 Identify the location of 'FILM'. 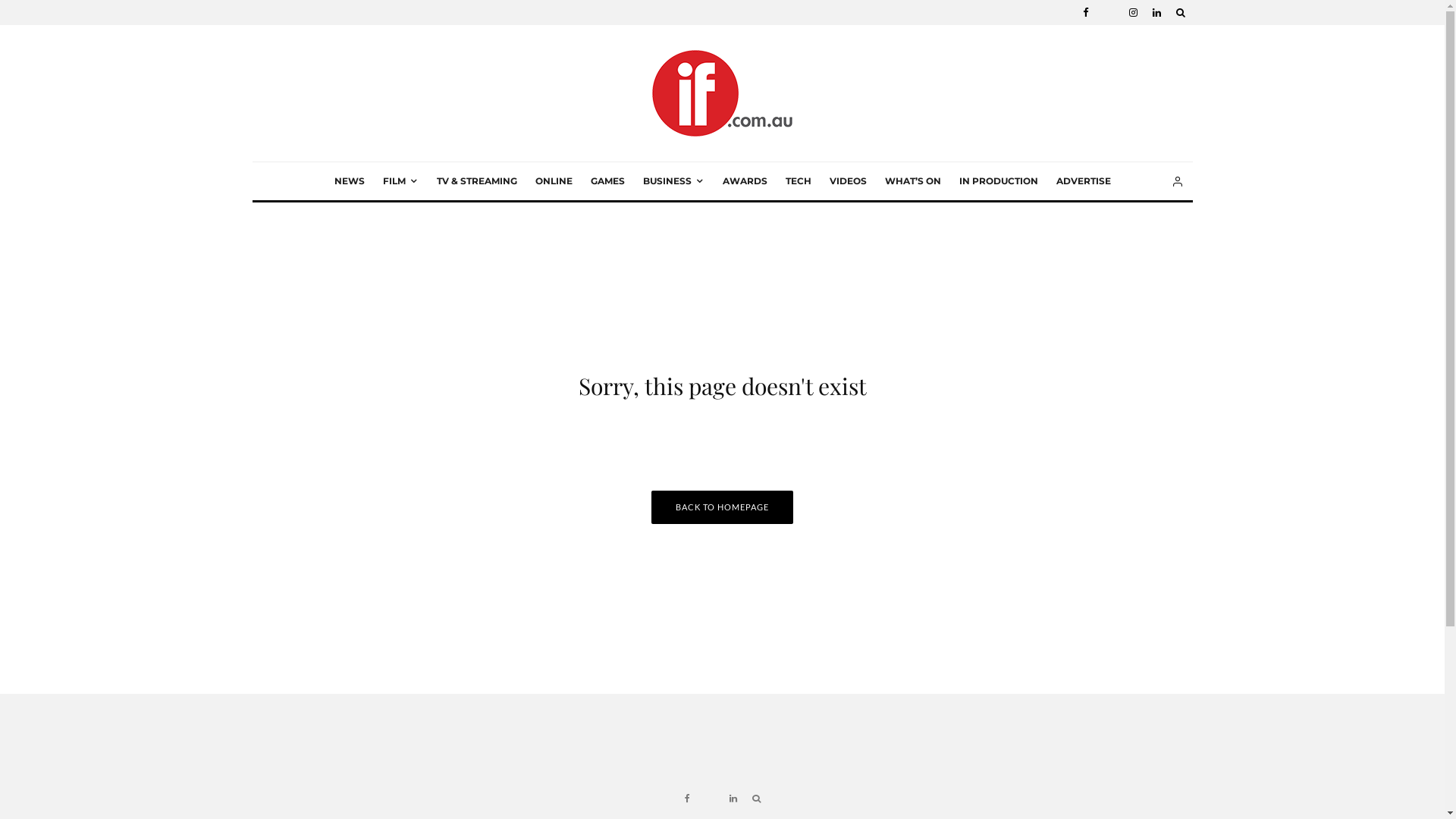
(400, 180).